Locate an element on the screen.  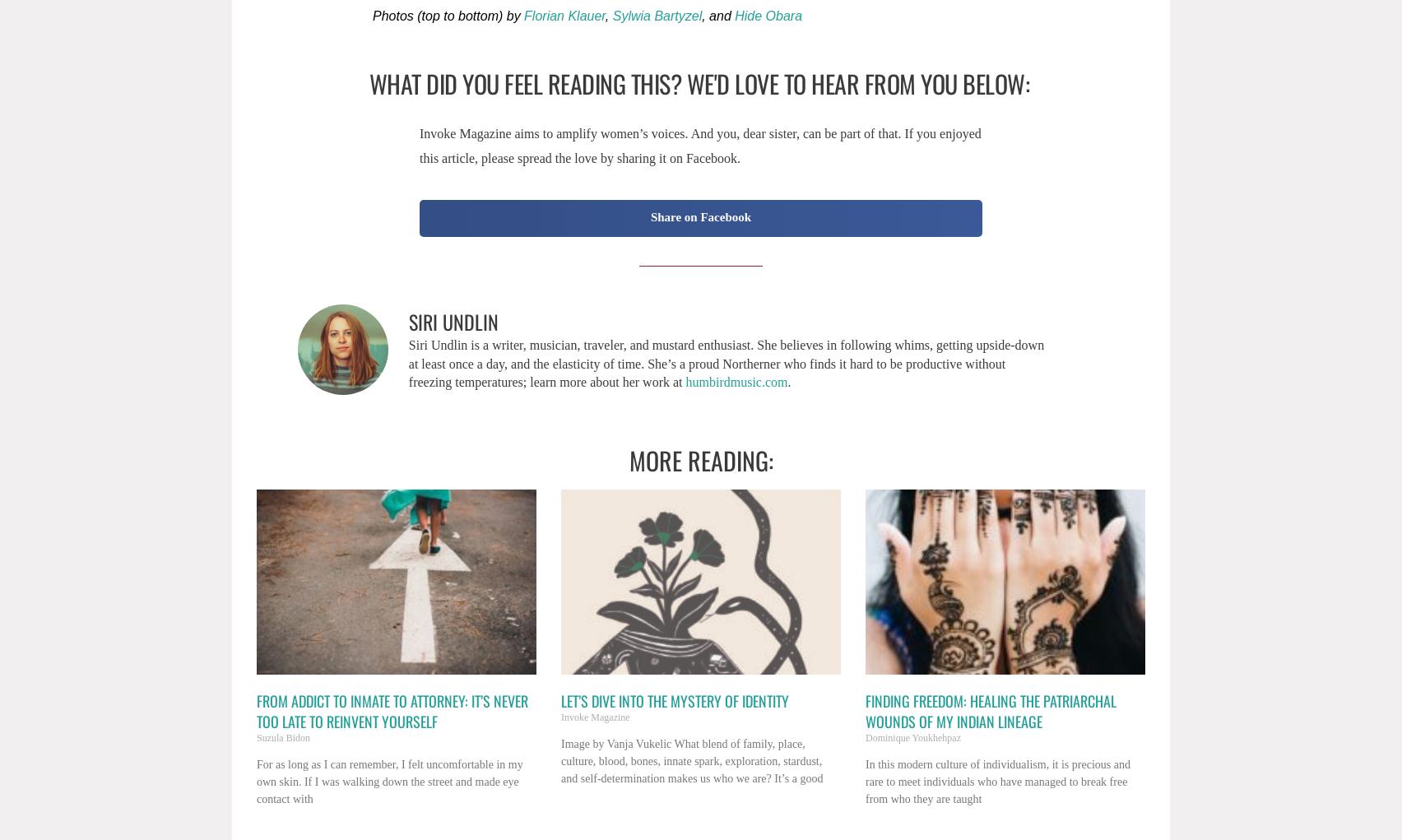
'Photos (top to bottom) by' is located at coordinates (448, 15).